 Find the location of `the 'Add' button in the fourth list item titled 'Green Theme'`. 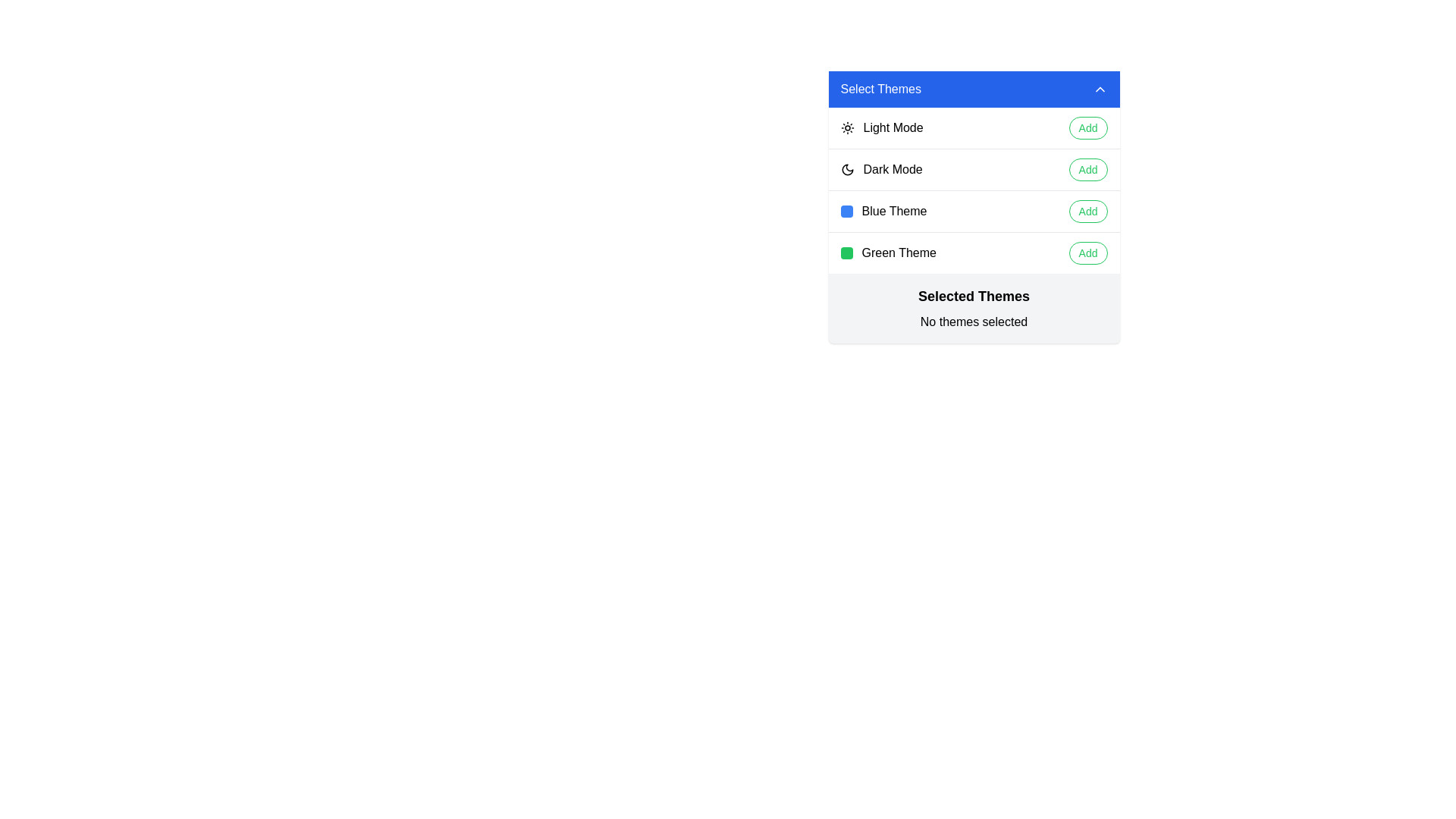

the 'Add' button in the fourth list item titled 'Green Theme' is located at coordinates (974, 252).